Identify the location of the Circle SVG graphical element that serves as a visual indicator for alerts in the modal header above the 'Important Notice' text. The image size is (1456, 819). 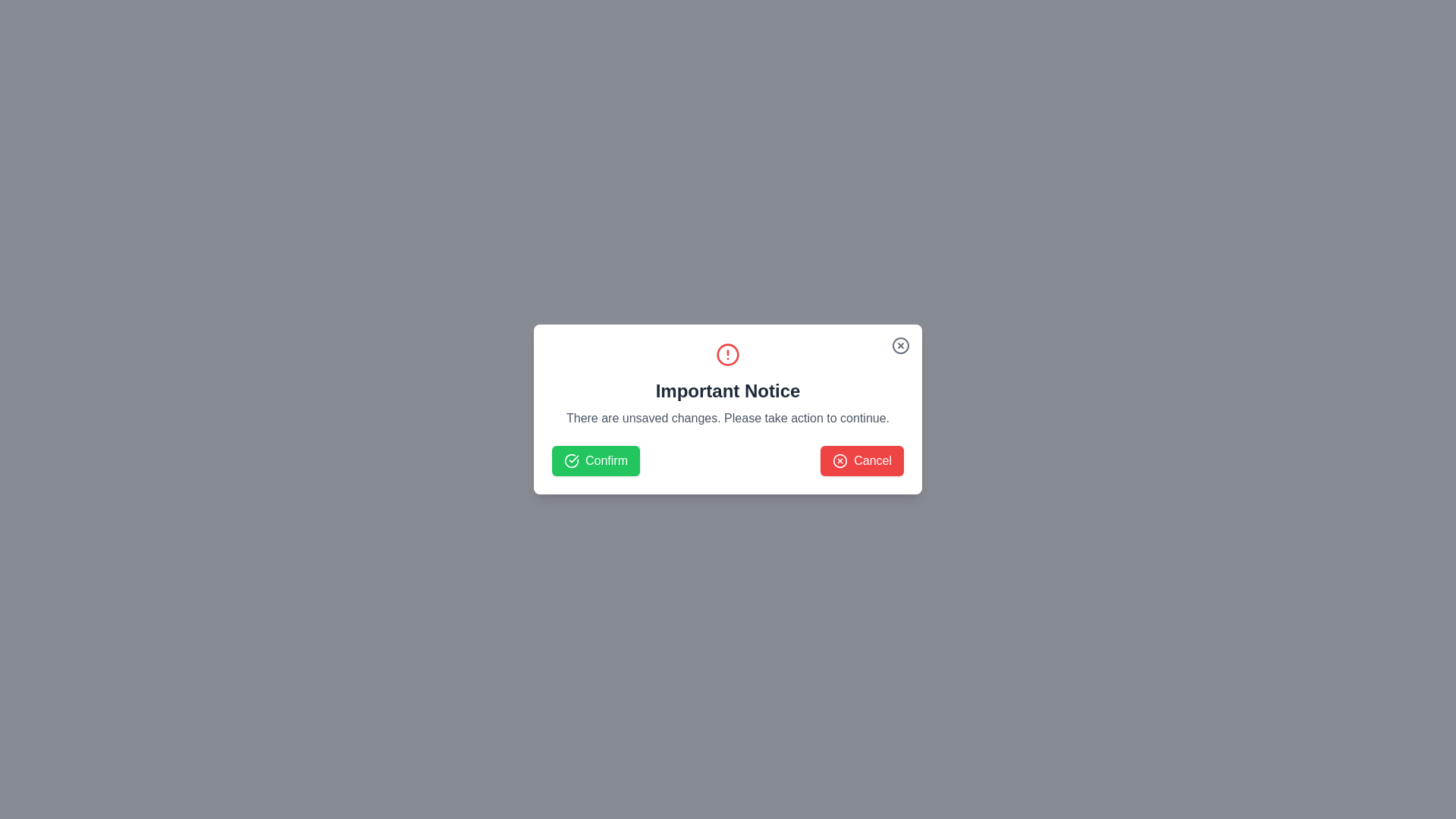
(839, 460).